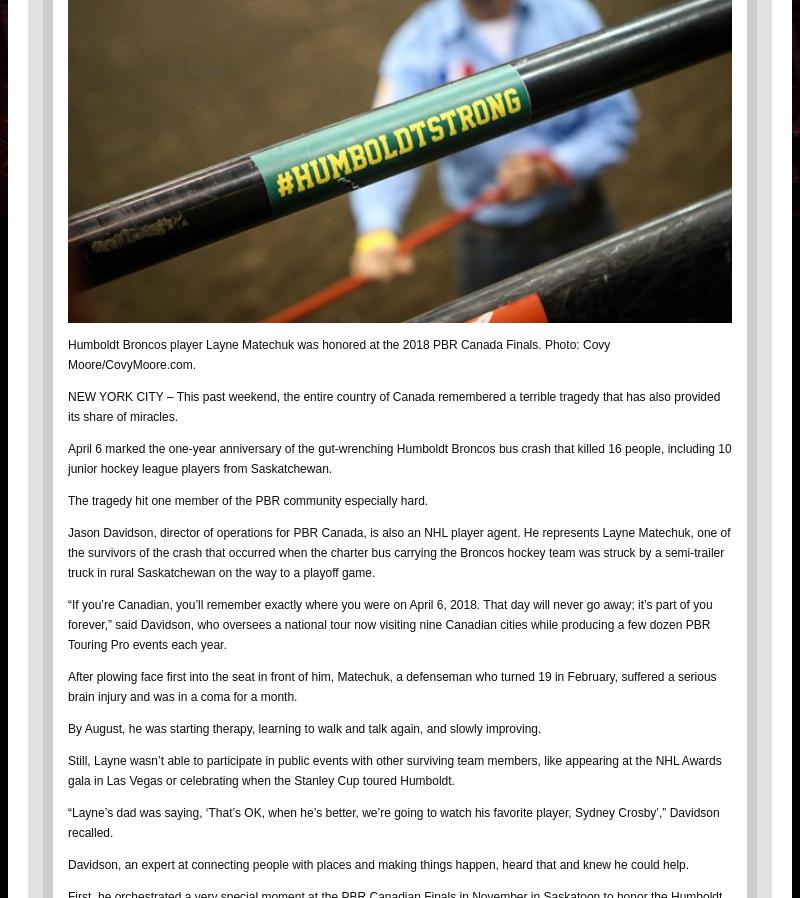 The image size is (800, 898). What do you see at coordinates (68, 551) in the screenshot?
I see `'Jason Davidson, director of operations for PBR Canada, is also an NHL player agent. He represents Layne Matechuk, one of the survivors of the crash that occurred when the charter bus carrying the Broncos hockey team was struck by a semi-trailer truck in rural Saskatchewan on the way to a playoff game.'` at bounding box center [68, 551].